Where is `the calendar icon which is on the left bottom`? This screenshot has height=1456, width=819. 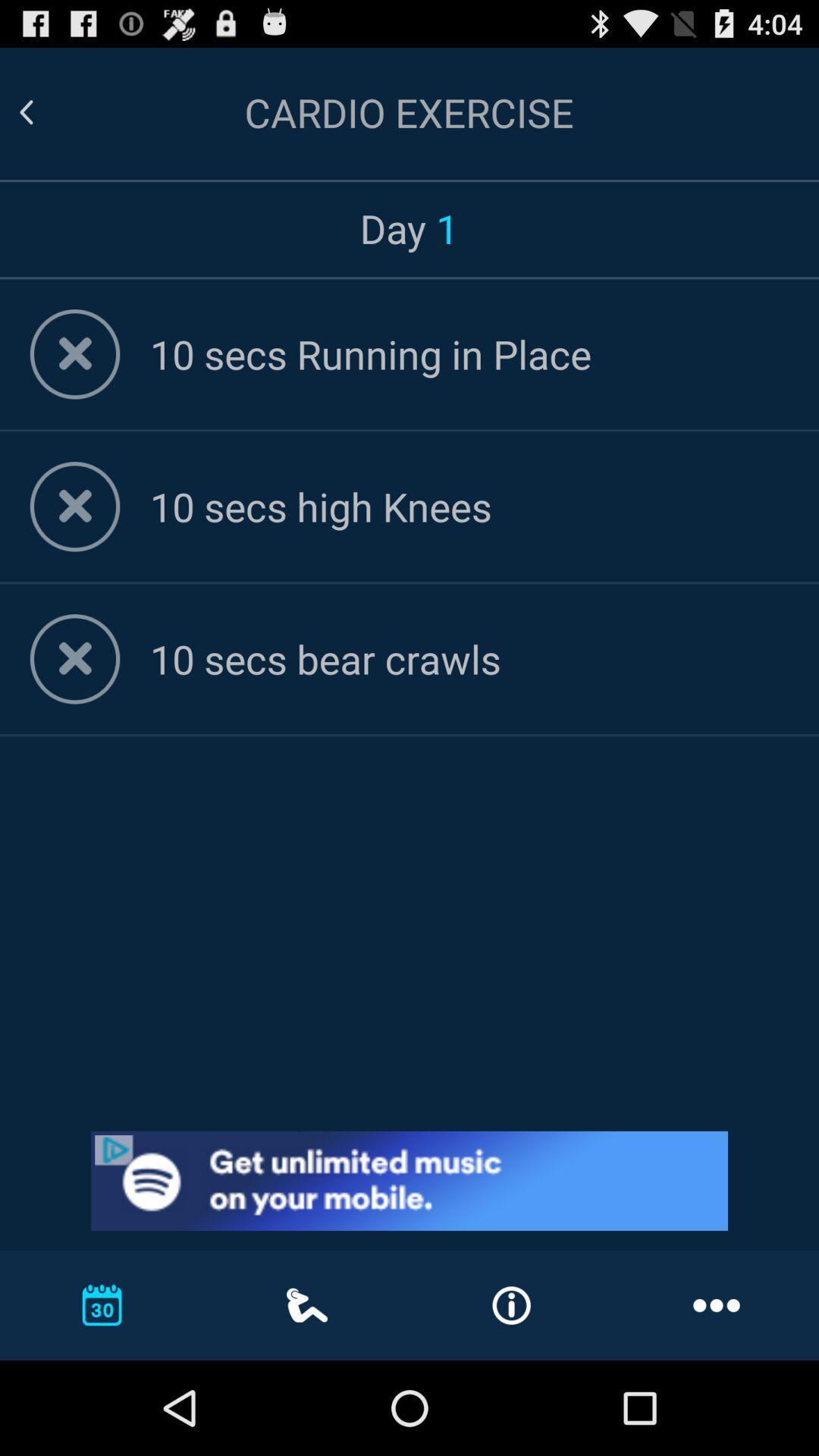 the calendar icon which is on the left bottom is located at coordinates (102, 1304).